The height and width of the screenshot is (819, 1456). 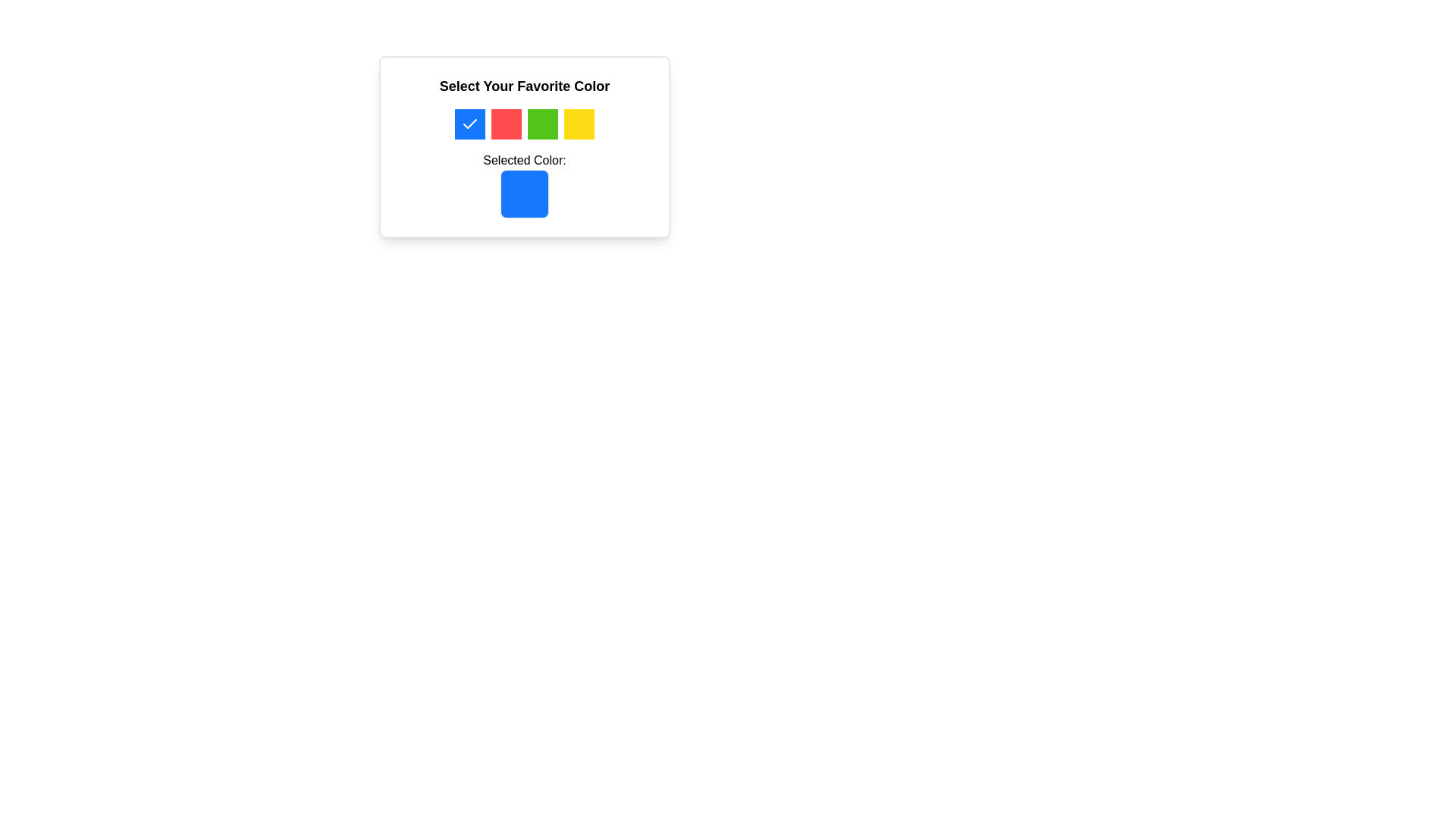 What do you see at coordinates (469, 124) in the screenshot?
I see `the blue toggleable square button with a white checkmark icon` at bounding box center [469, 124].